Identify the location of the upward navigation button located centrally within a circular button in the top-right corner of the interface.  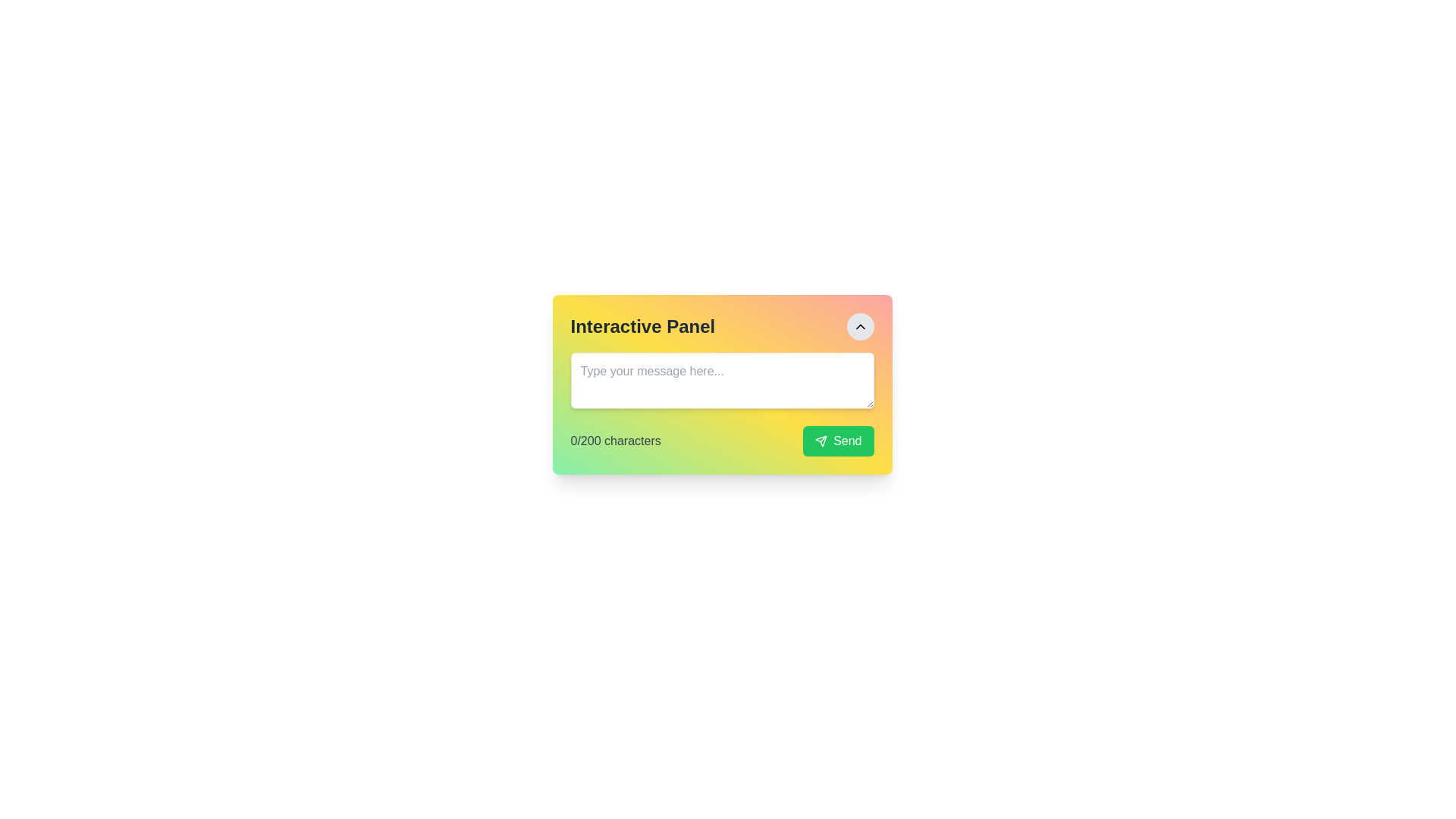
(860, 326).